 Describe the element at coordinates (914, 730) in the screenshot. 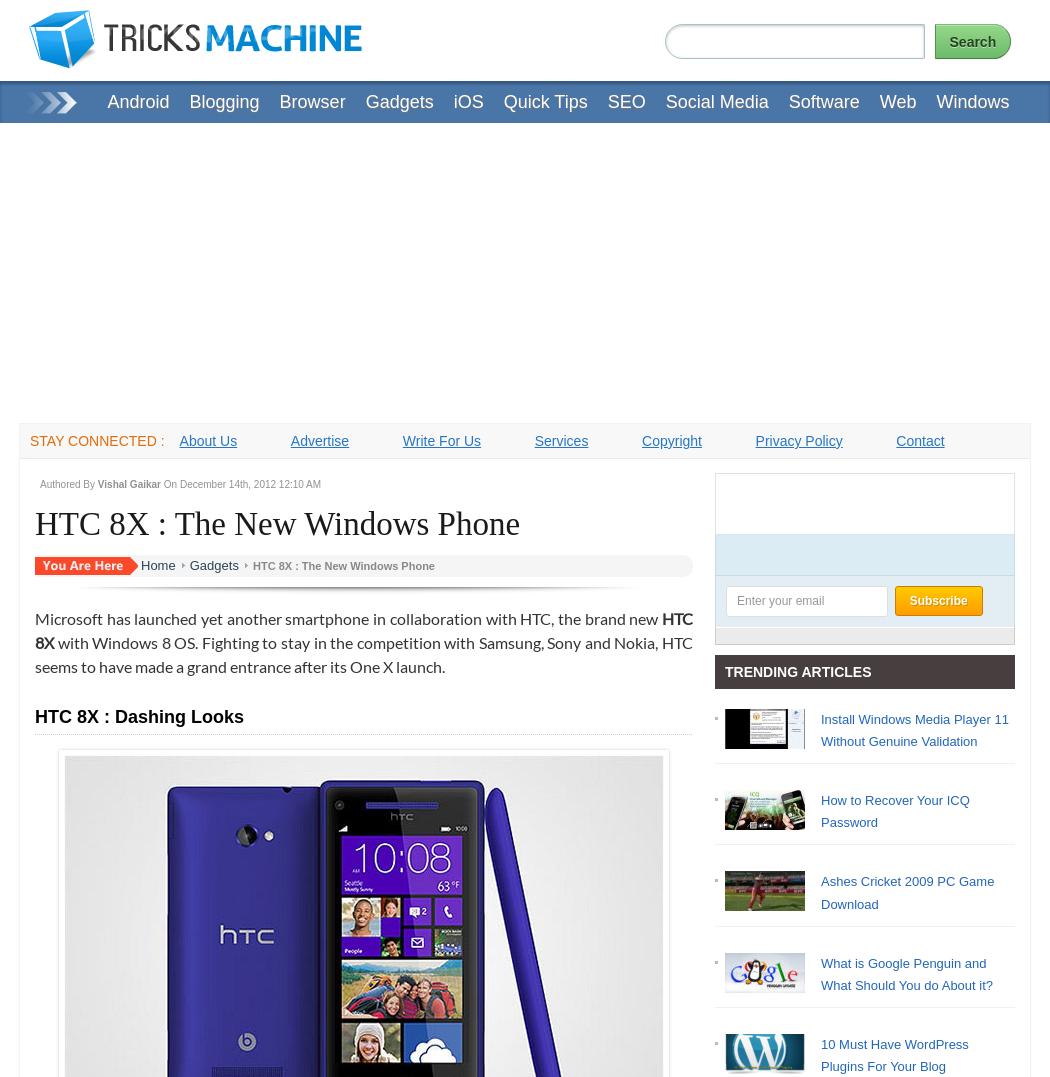

I see `'Install Windows Media Player 11 Without Genuine Validation'` at that location.